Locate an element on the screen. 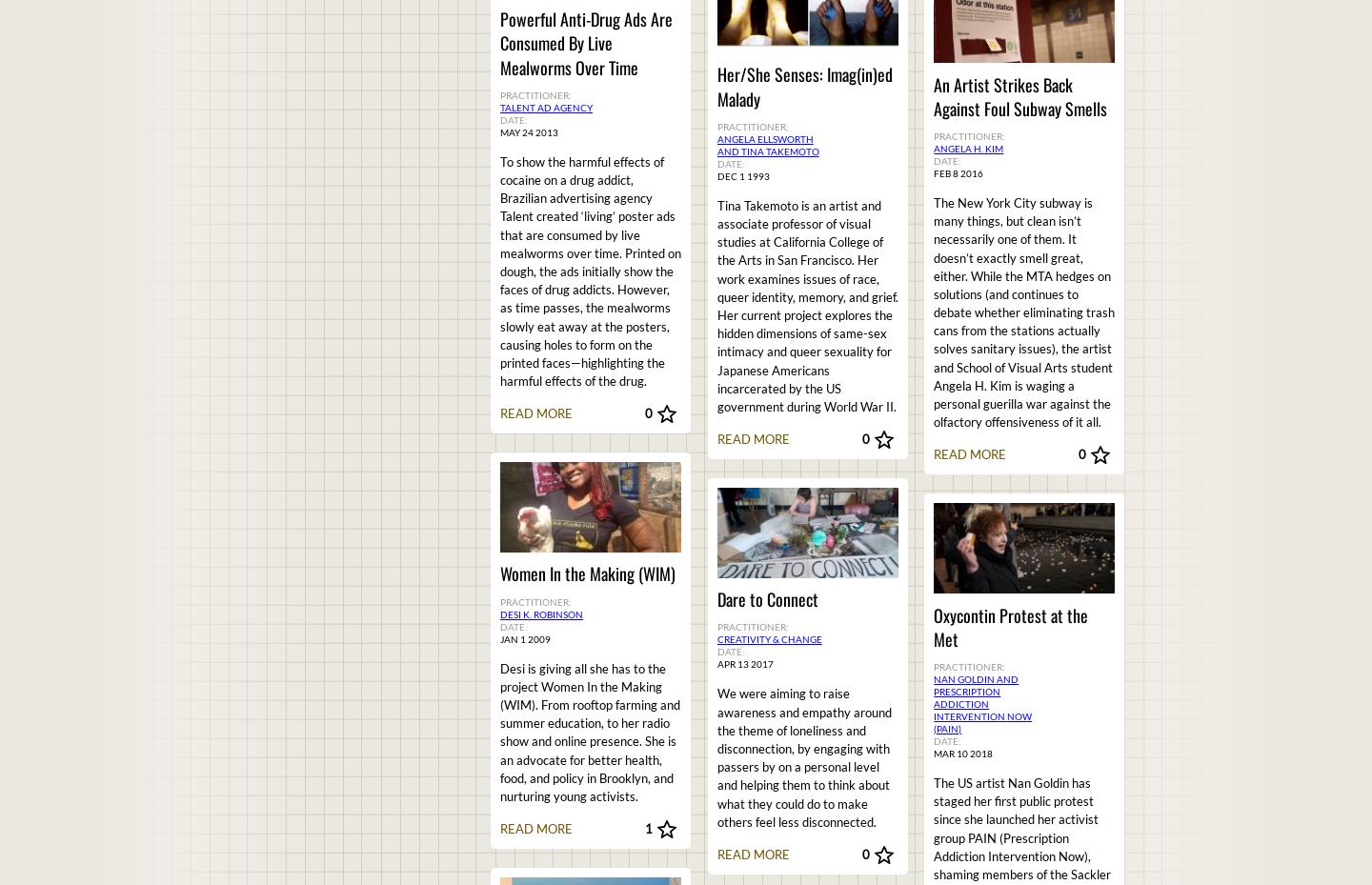 The width and height of the screenshot is (1372, 885). 'Jan 1 2009' is located at coordinates (525, 637).